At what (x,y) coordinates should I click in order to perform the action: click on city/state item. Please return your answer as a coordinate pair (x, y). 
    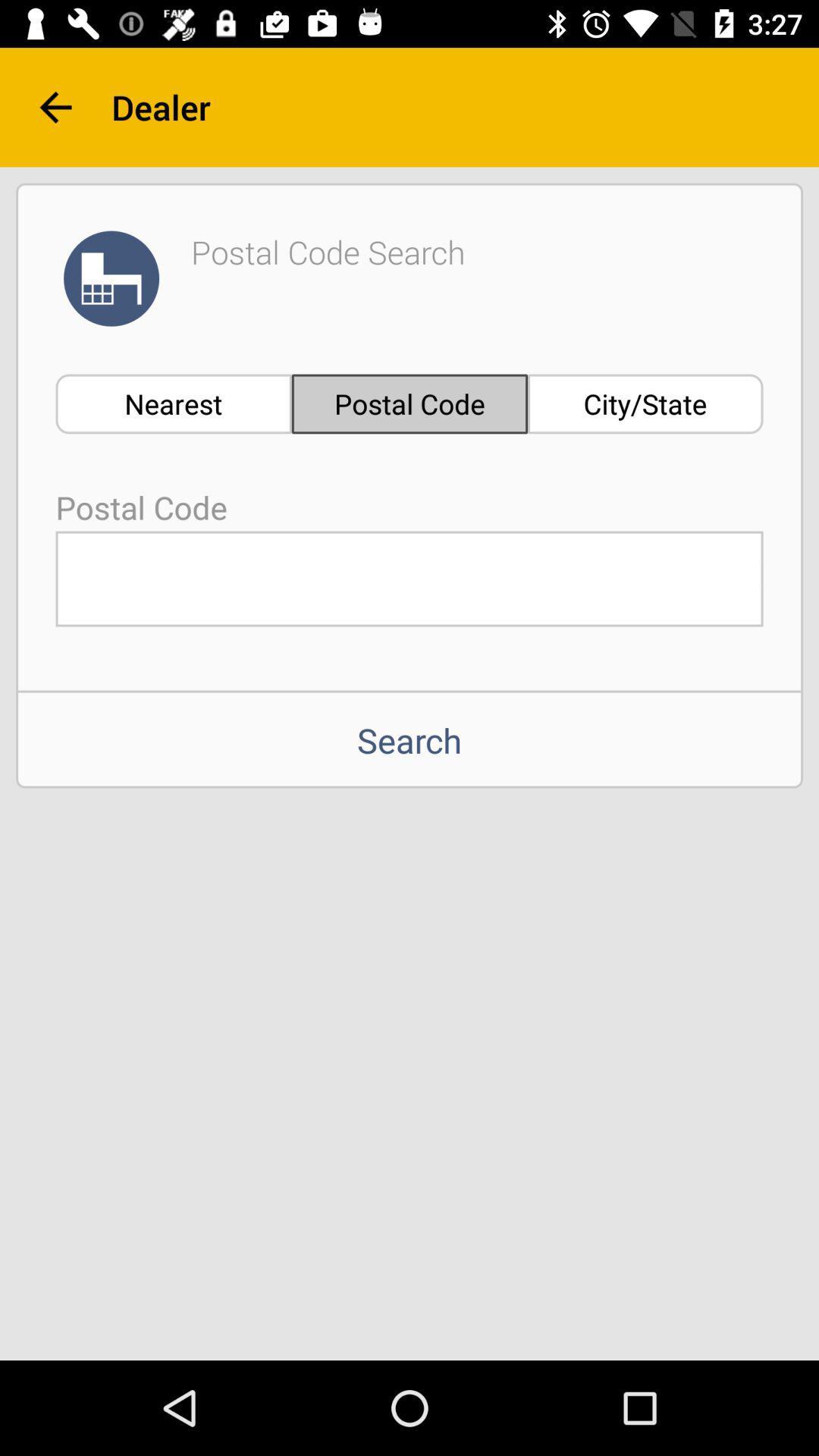
    Looking at the image, I should click on (645, 403).